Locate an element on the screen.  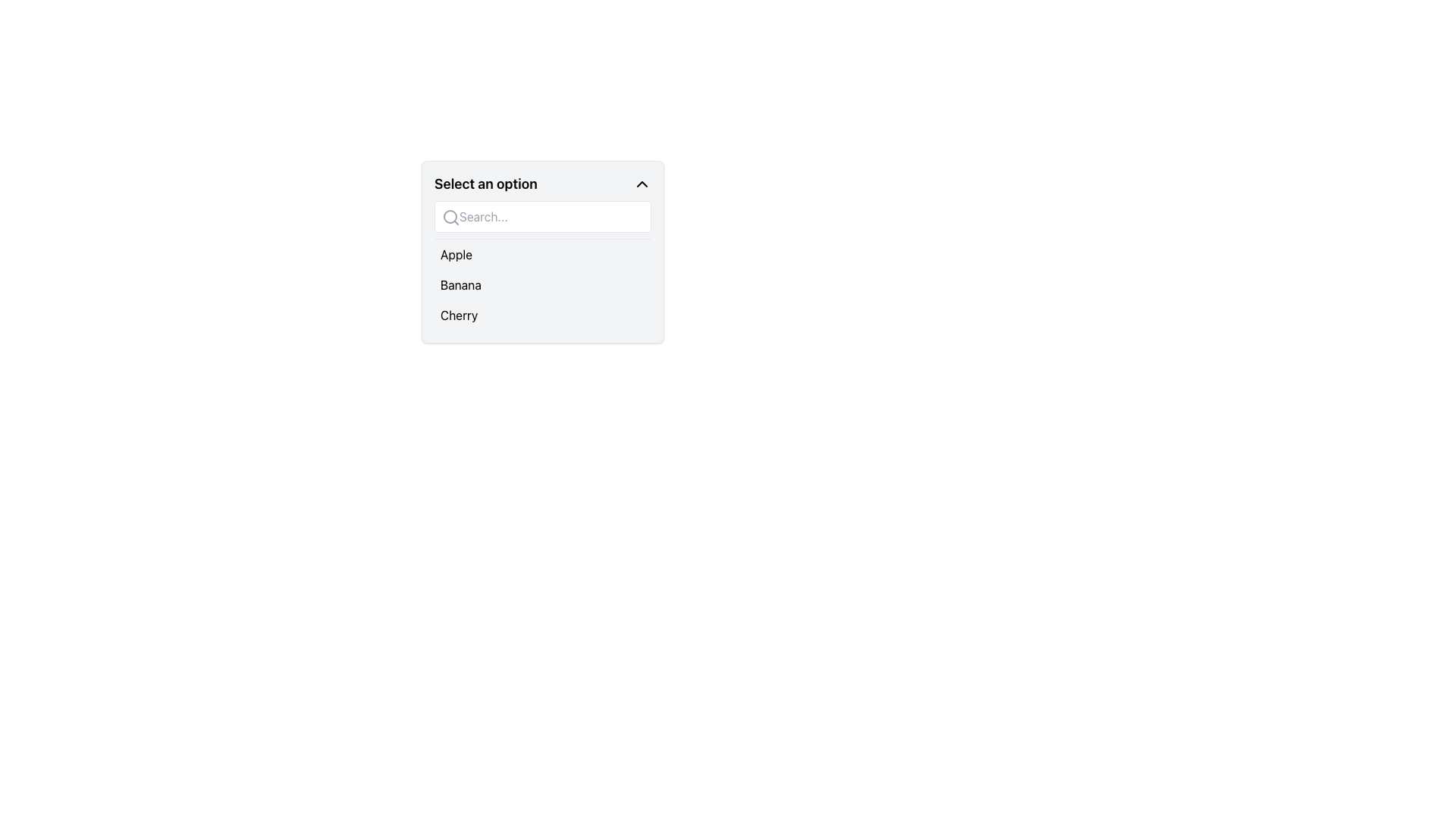
the third item in the dropdown list, which is a text element representing an option is located at coordinates (458, 315).